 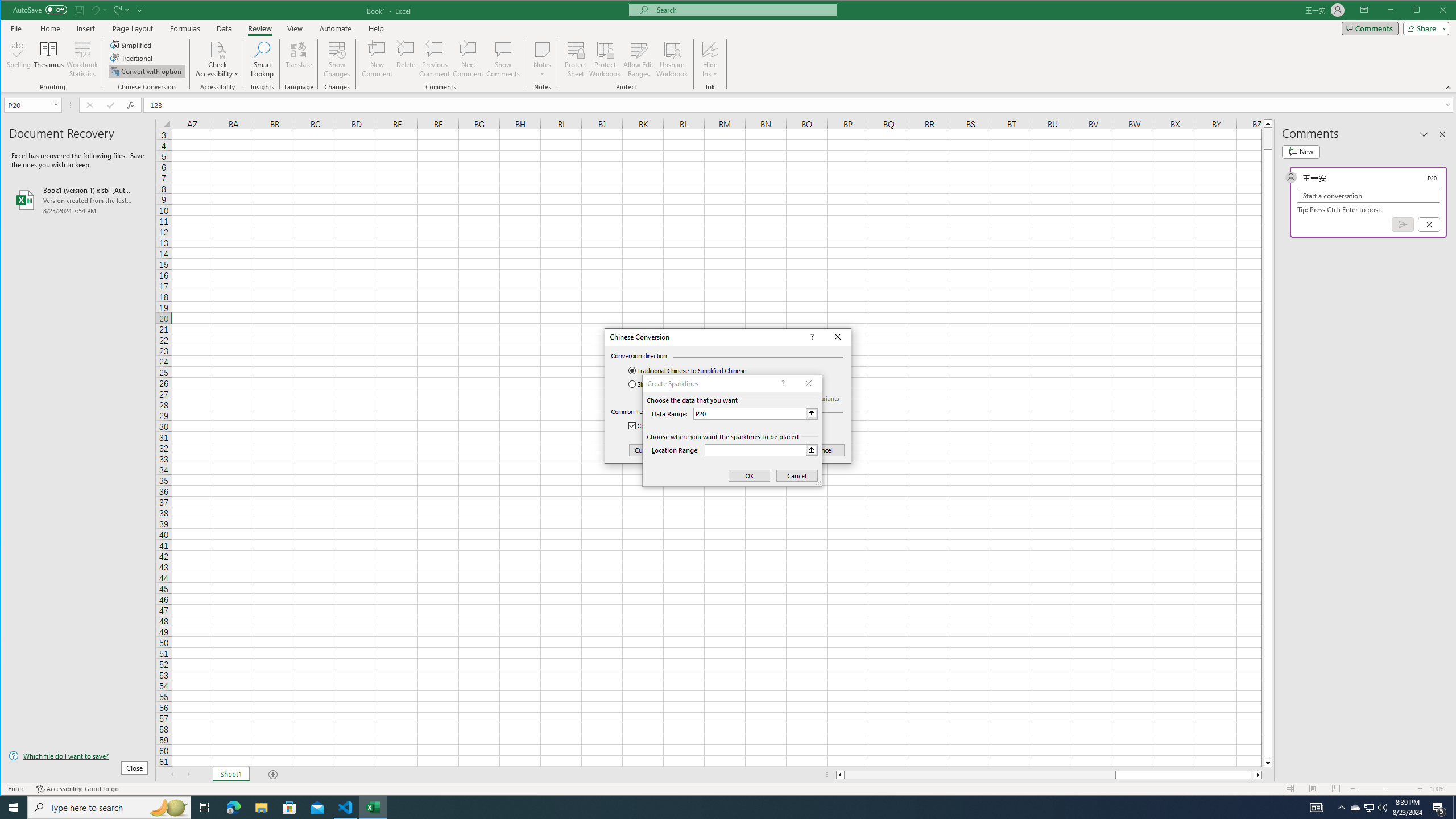 I want to click on 'Simplified Chinese to Traditional Chinese', so click(x=696, y=384).